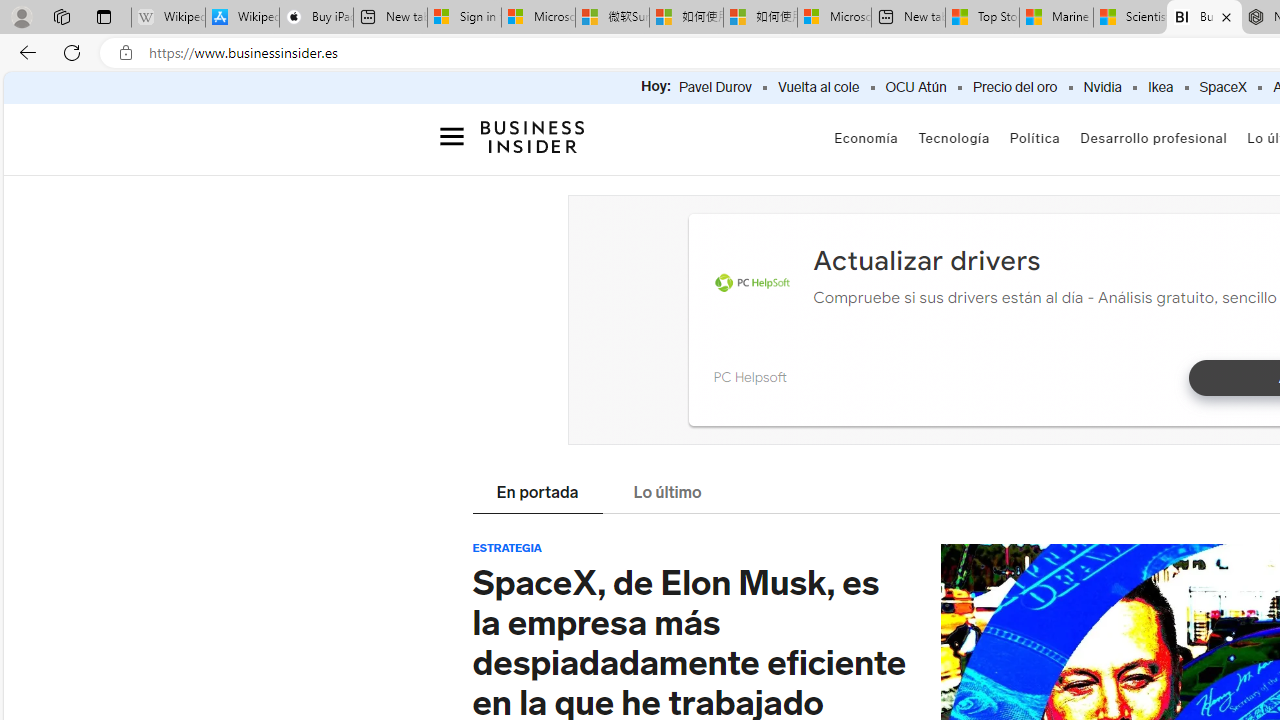 The width and height of the screenshot is (1280, 720). I want to click on 'SpaceX', so click(1221, 87).